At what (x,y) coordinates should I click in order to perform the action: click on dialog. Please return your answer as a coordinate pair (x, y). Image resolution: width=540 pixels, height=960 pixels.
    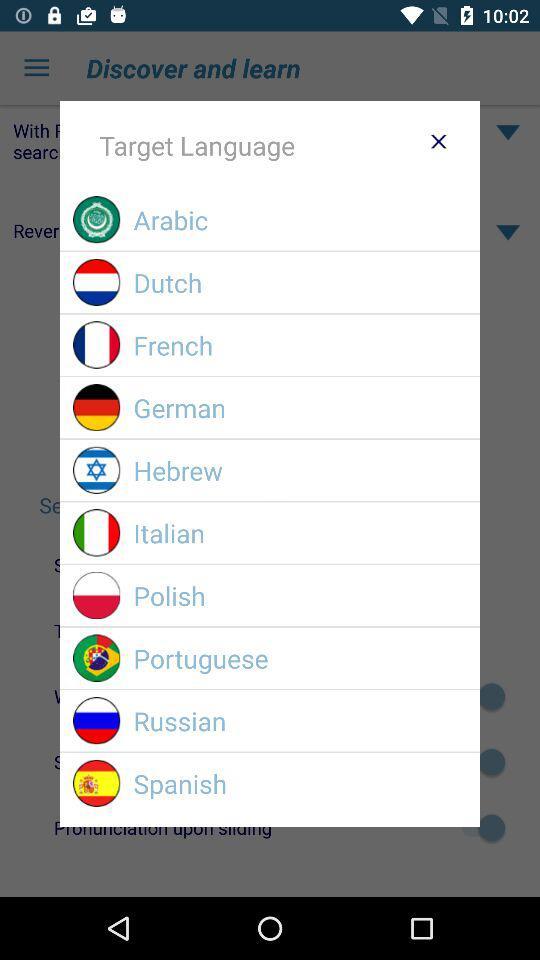
    Looking at the image, I should click on (437, 140).